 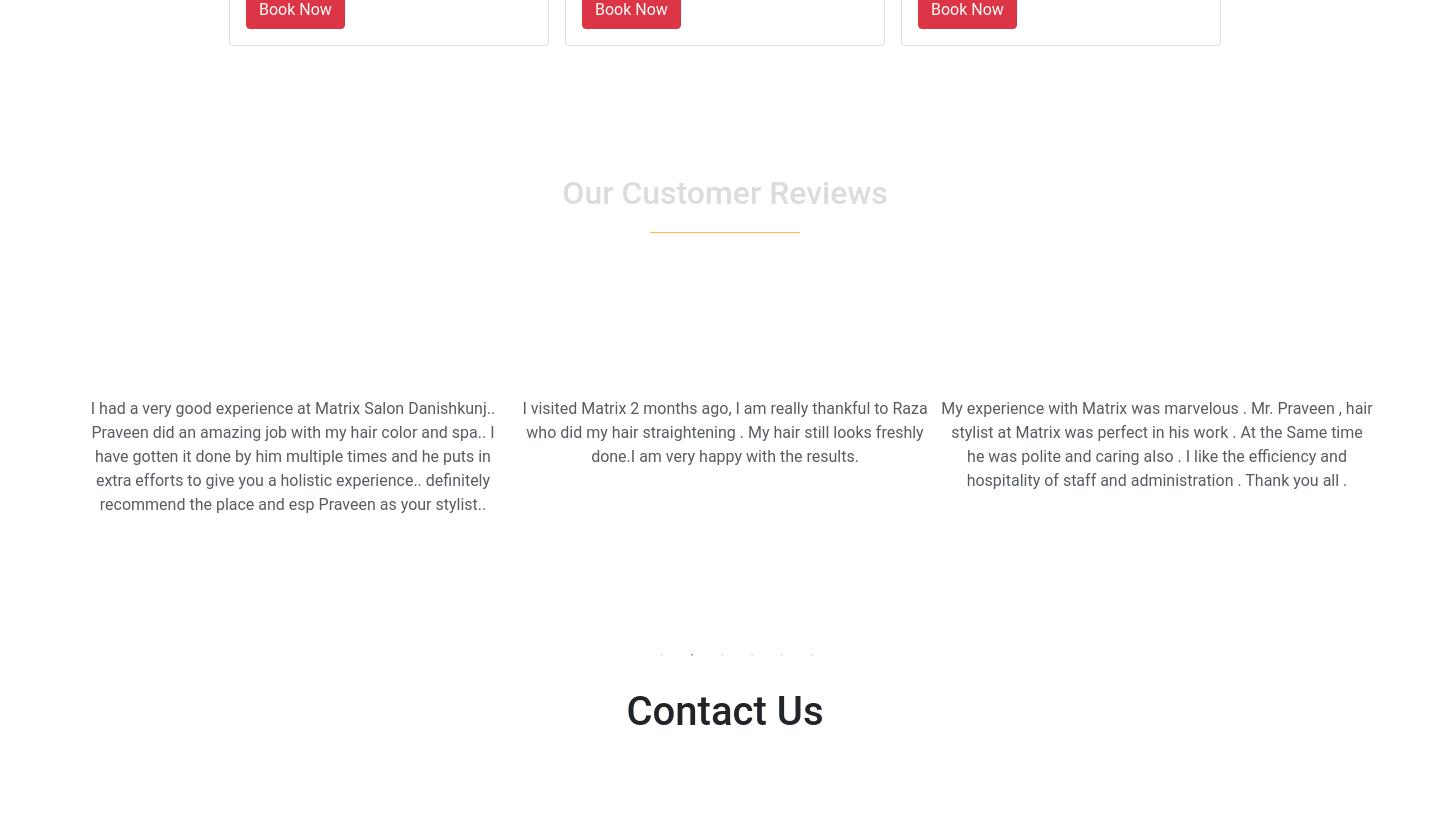 I want to click on 'Navalpreet Singh', so click(x=1094, y=15).